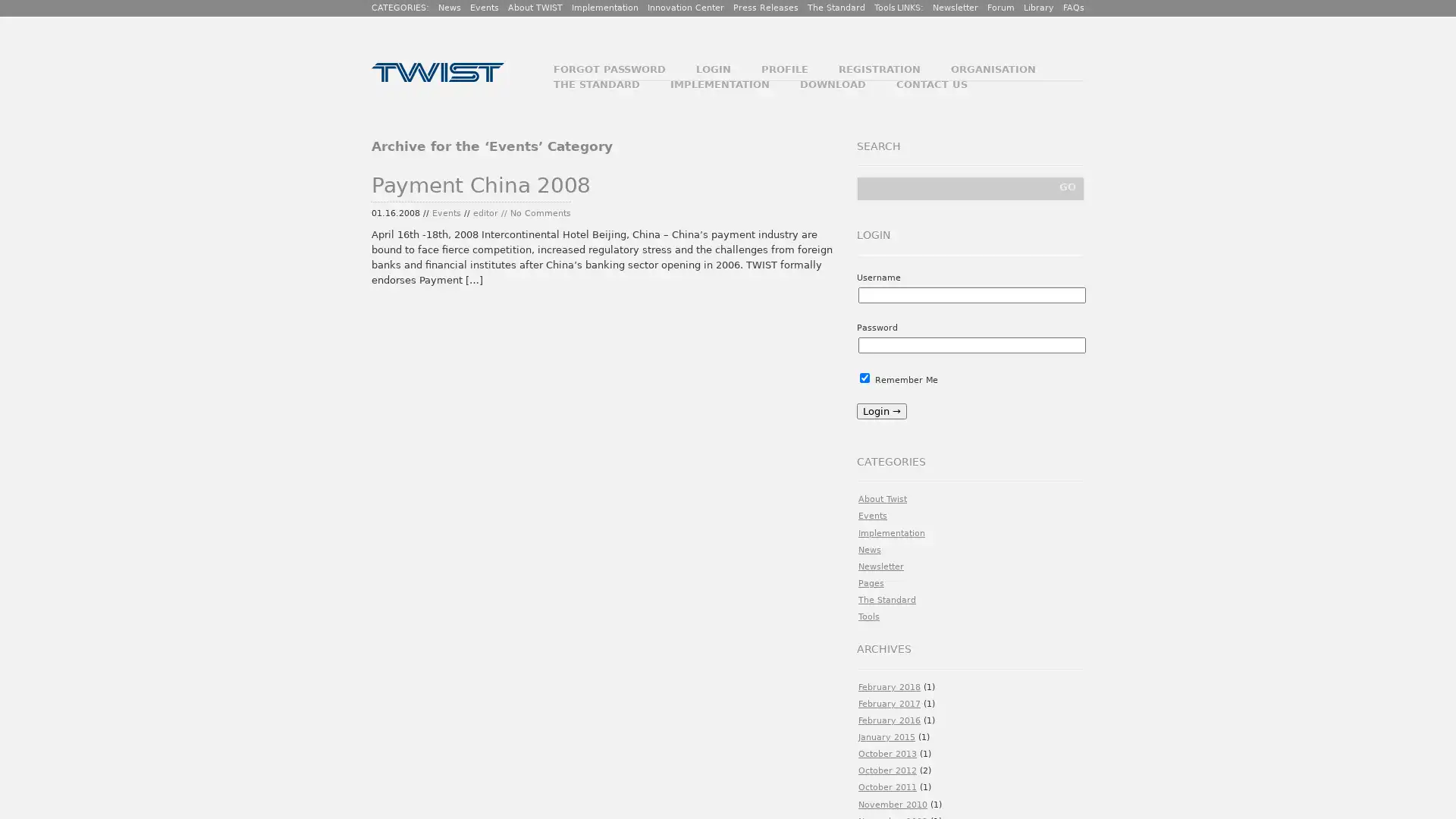  Describe the element at coordinates (1066, 186) in the screenshot. I see `GO` at that location.